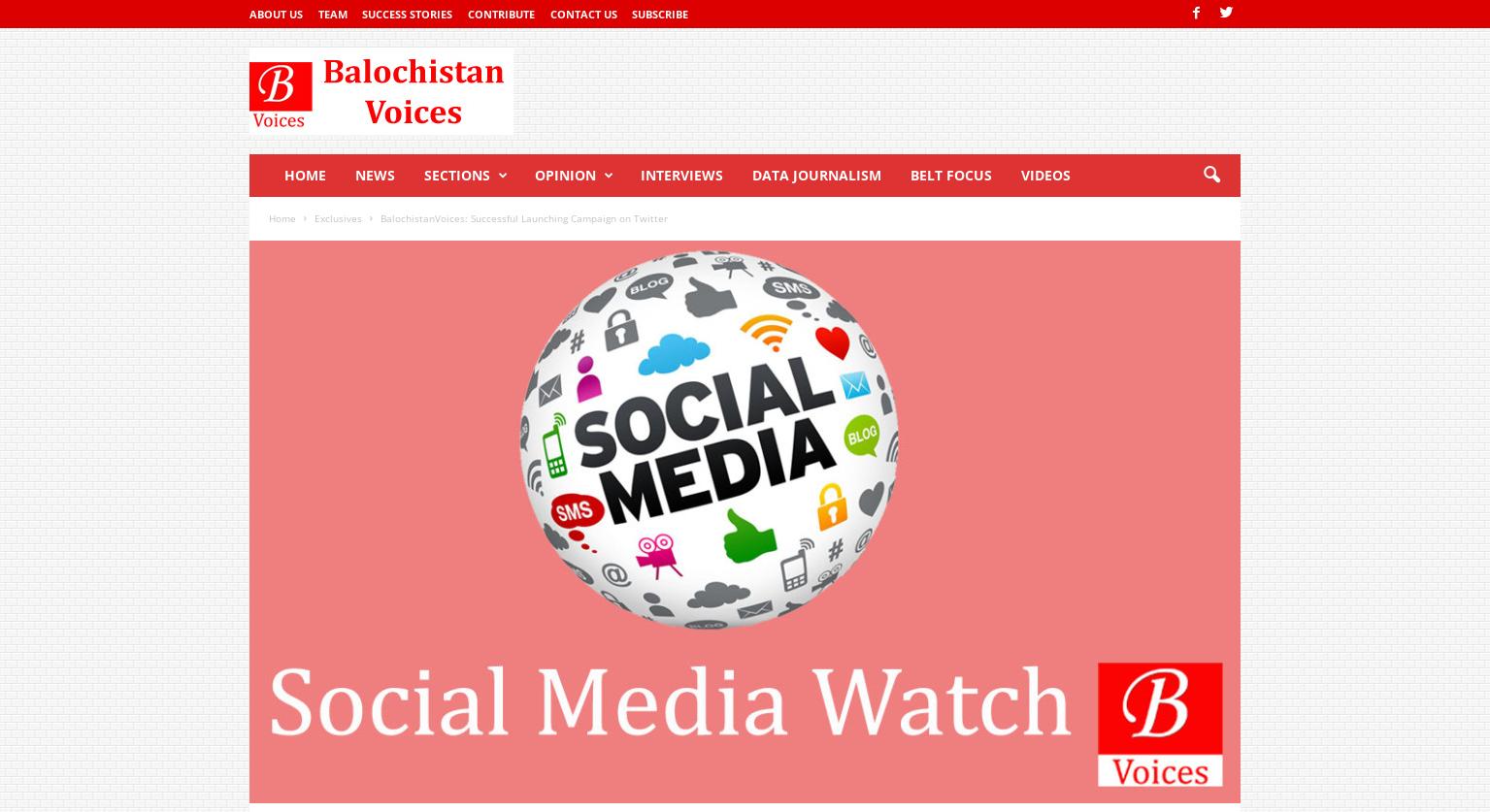  What do you see at coordinates (660, 14) in the screenshot?
I see `'Subscribe'` at bounding box center [660, 14].